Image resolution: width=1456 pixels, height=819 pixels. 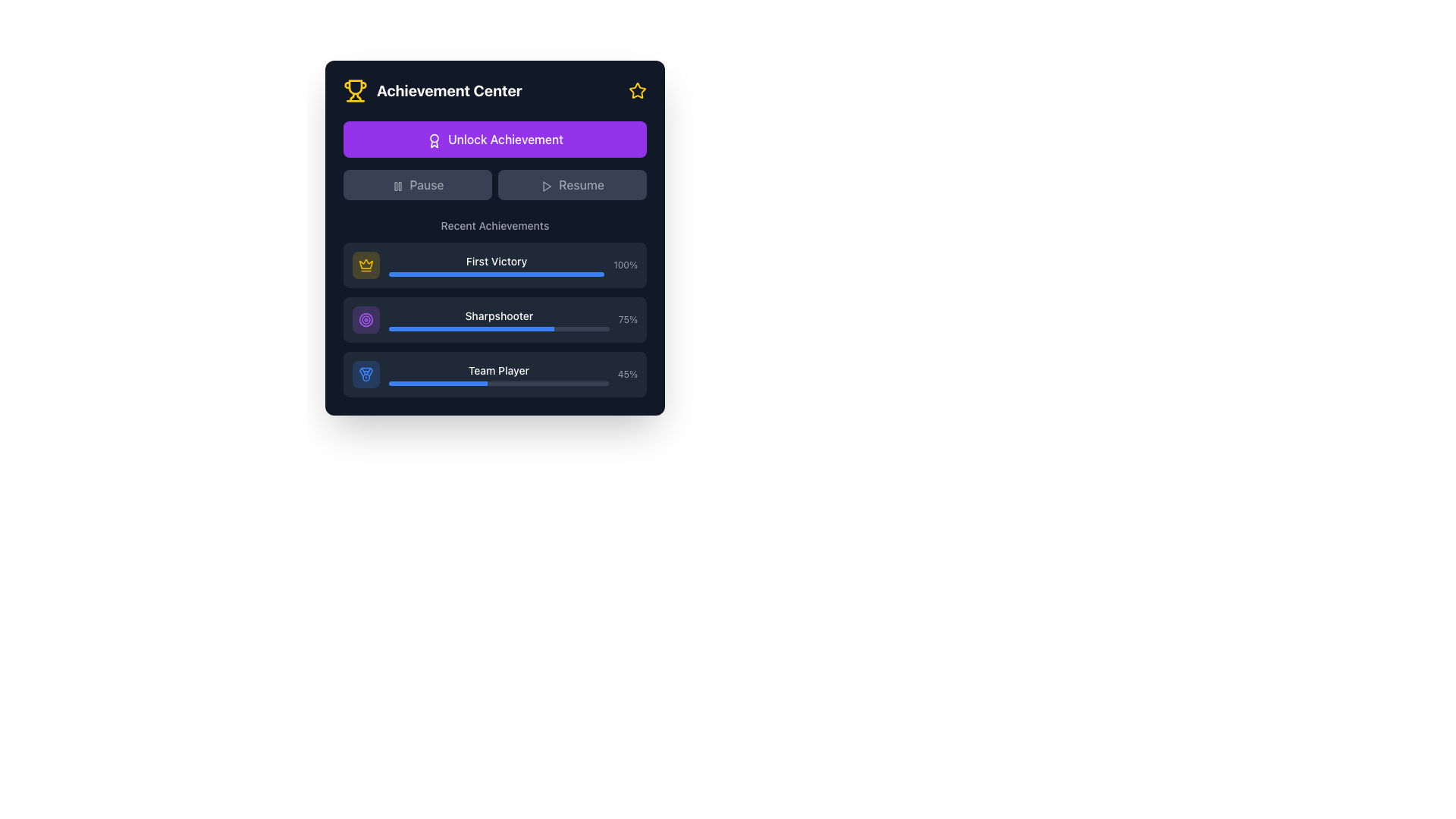 I want to click on the button with the vibrant purple background and the text 'Unlock Achievement', so click(x=494, y=140).